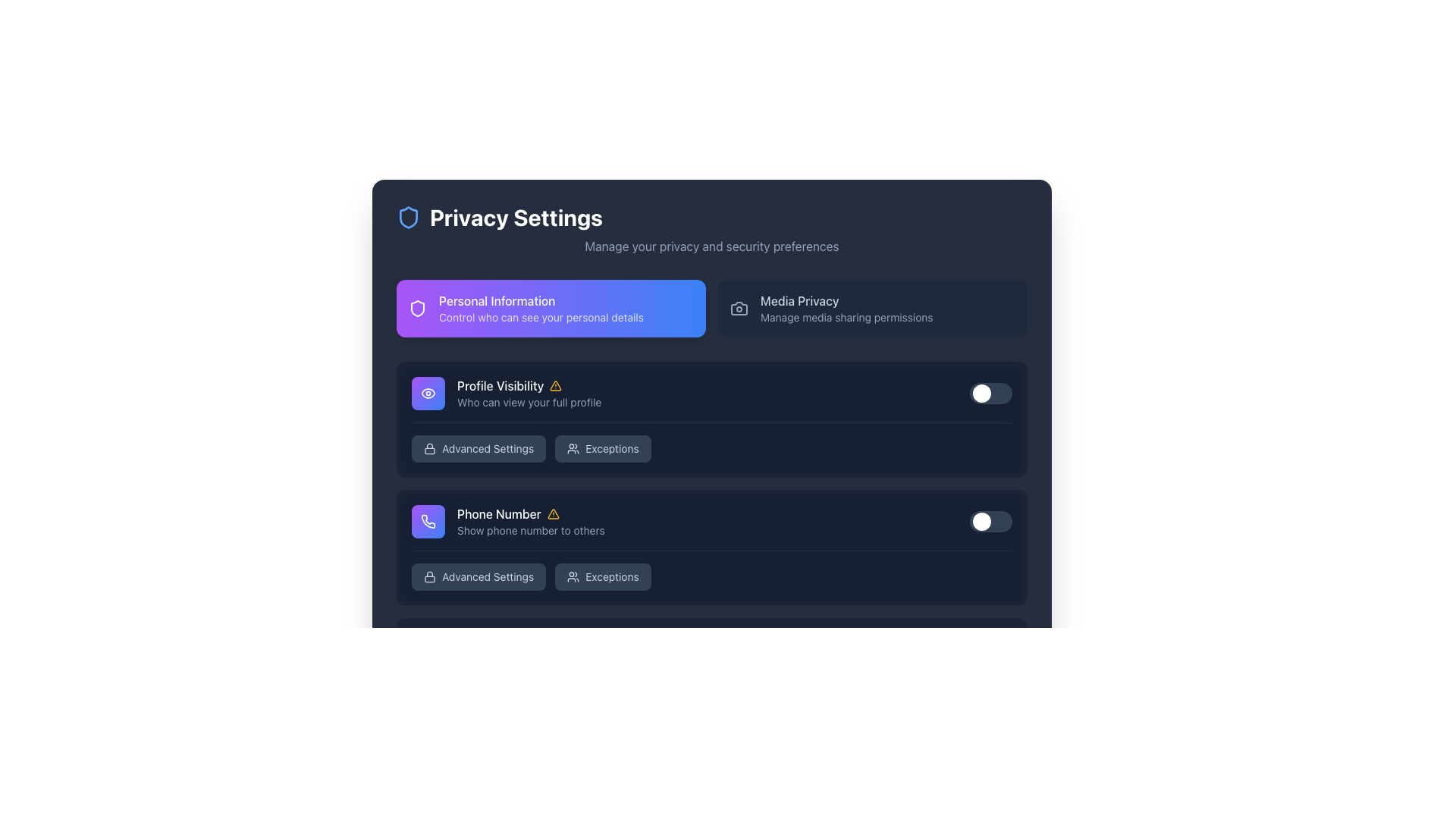 The image size is (1456, 819). Describe the element at coordinates (873, 308) in the screenshot. I see `the interactive card for media privacy settings located in the top-right section of the grid of settings cards` at that location.